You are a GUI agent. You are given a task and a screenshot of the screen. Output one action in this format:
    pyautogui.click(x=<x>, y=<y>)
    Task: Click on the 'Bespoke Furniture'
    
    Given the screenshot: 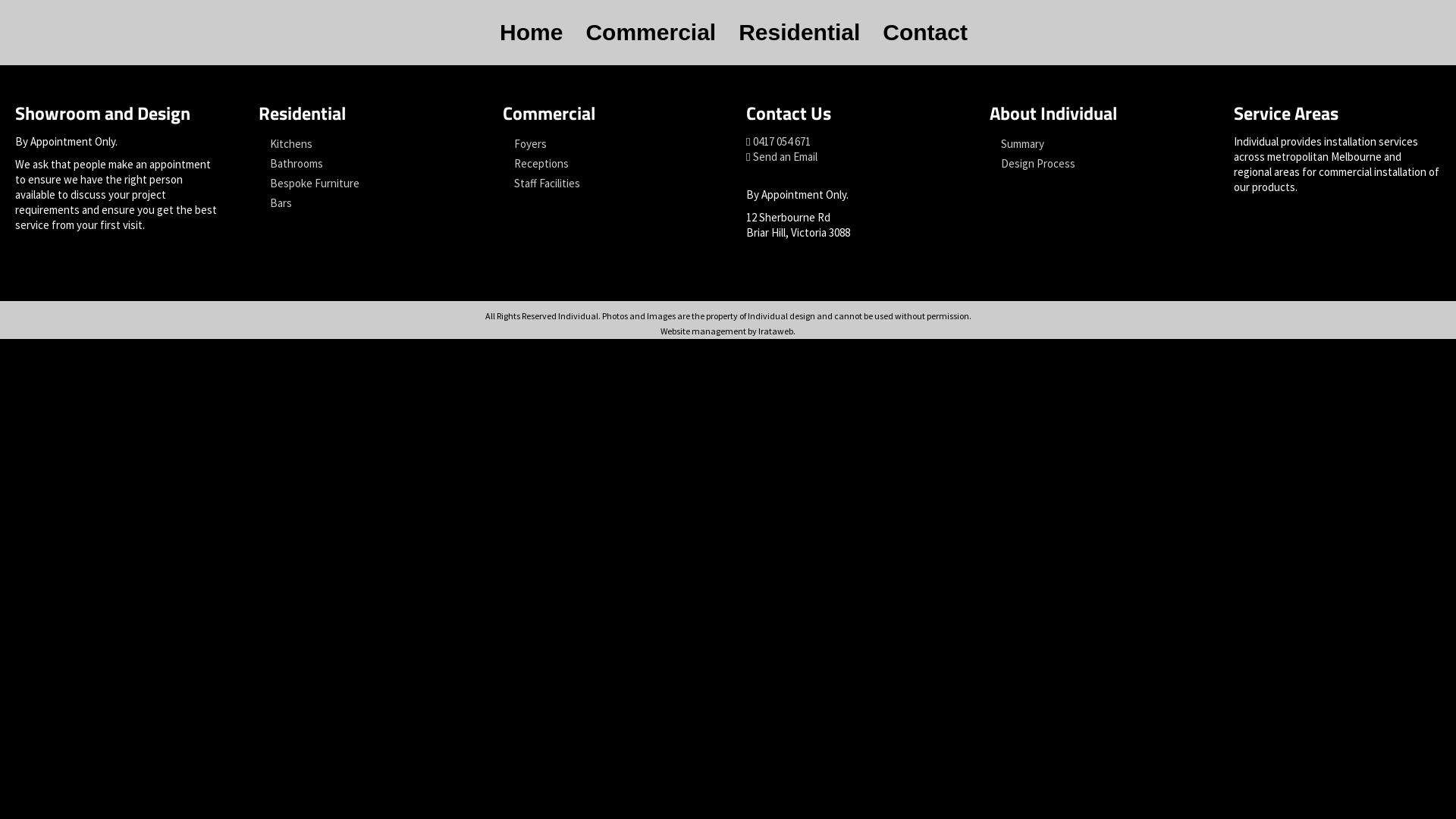 What is the action you would take?
    pyautogui.click(x=361, y=183)
    